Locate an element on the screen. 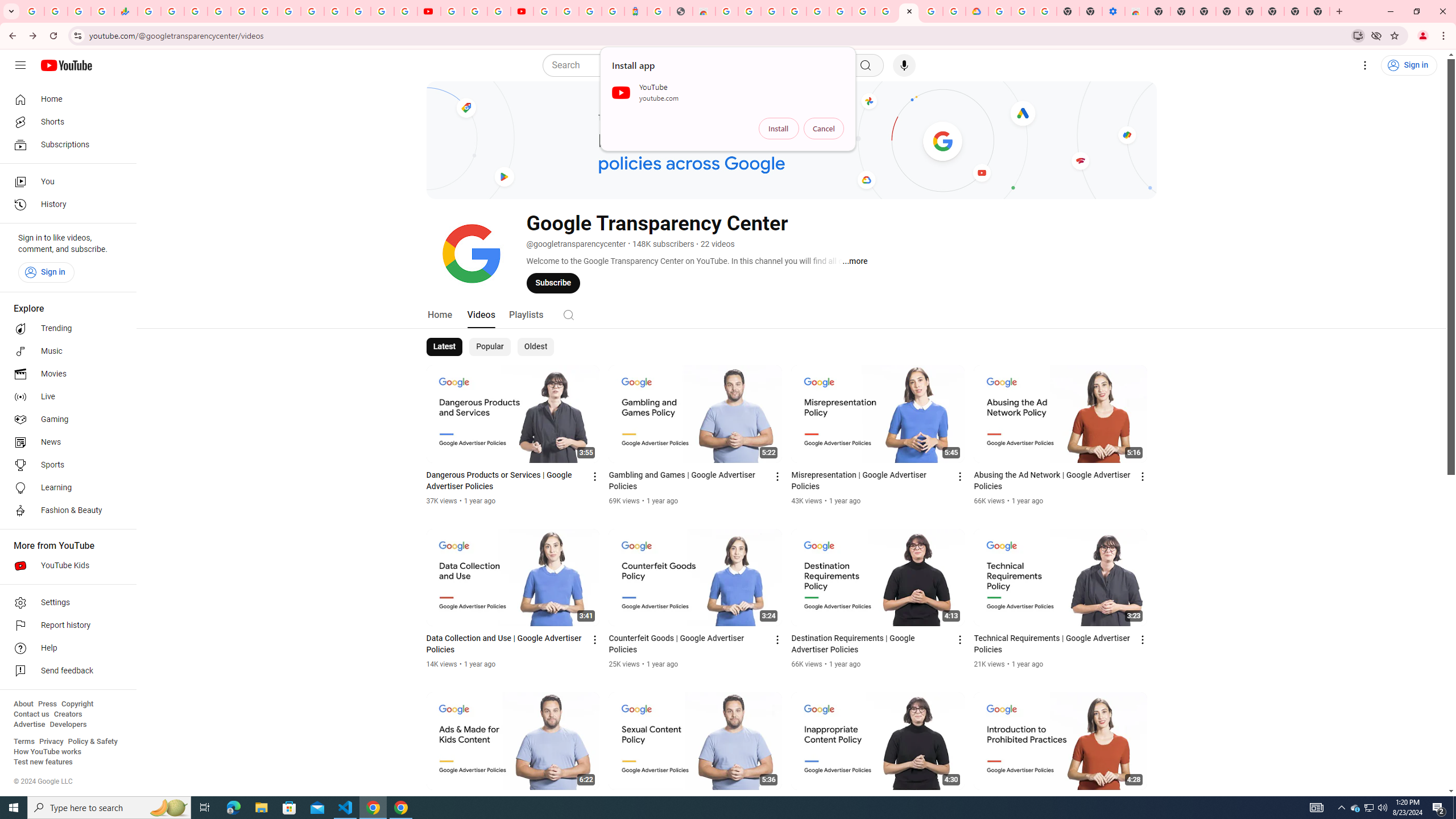 The height and width of the screenshot is (819, 1456). 'History' is located at coordinates (64, 205).